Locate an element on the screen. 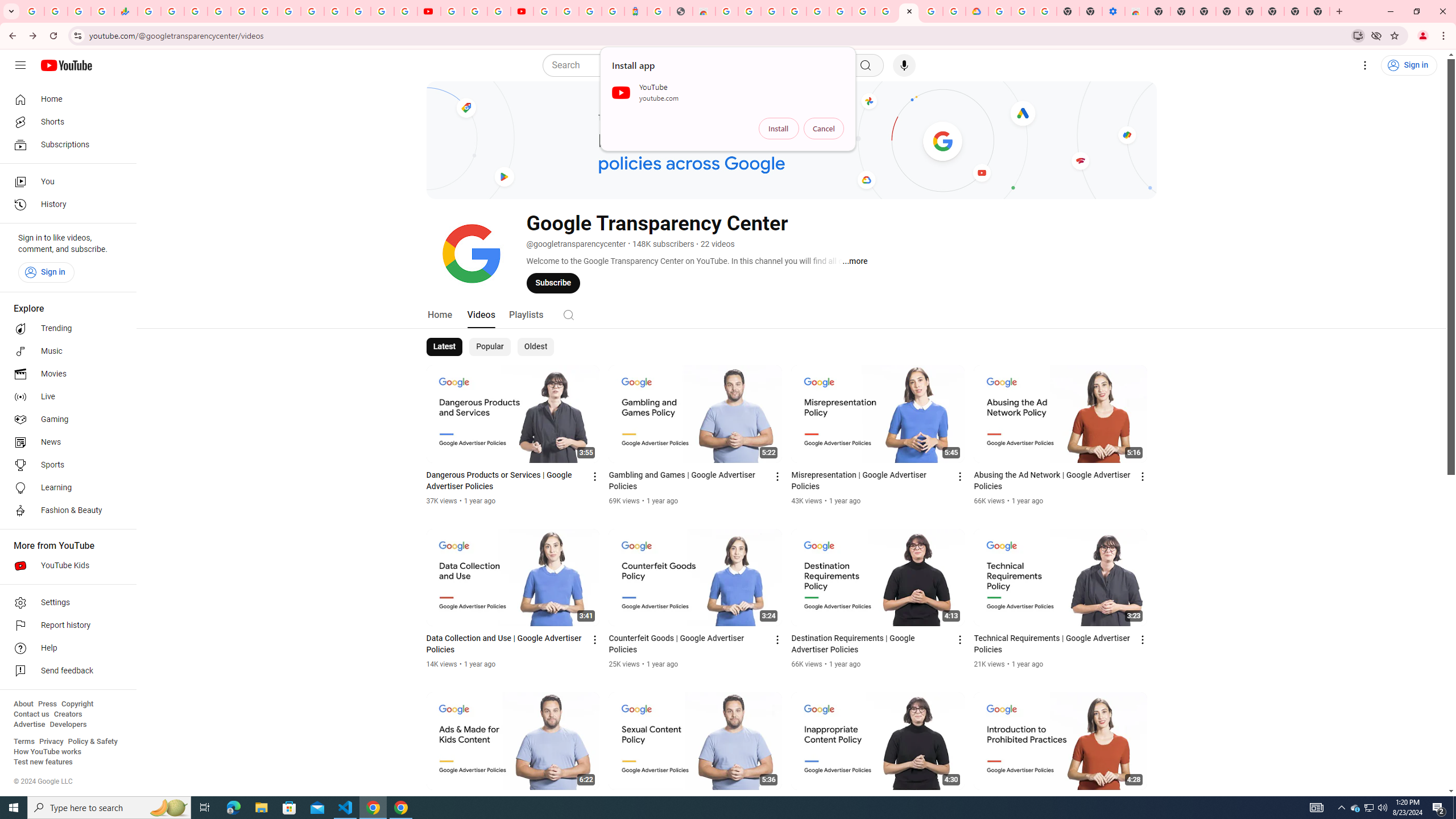 The height and width of the screenshot is (819, 1456). 'History' is located at coordinates (64, 205).